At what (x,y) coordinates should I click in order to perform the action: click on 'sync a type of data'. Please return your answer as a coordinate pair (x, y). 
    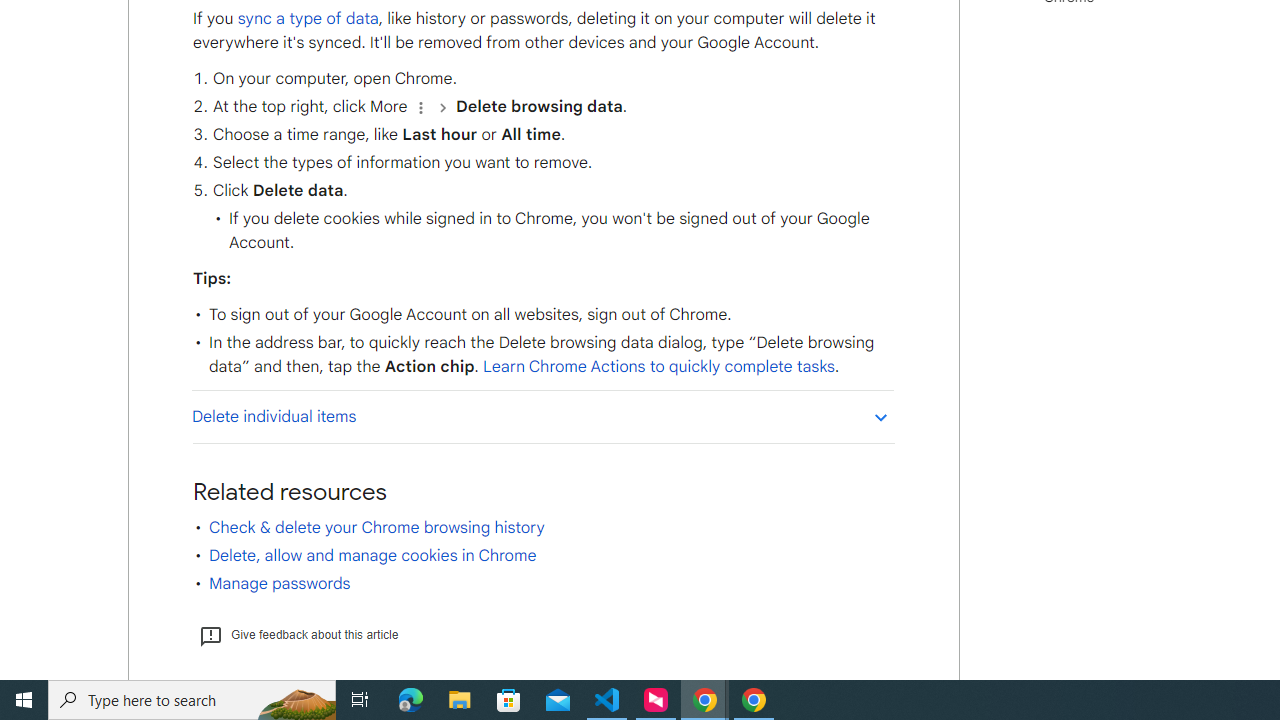
    Looking at the image, I should click on (306, 18).